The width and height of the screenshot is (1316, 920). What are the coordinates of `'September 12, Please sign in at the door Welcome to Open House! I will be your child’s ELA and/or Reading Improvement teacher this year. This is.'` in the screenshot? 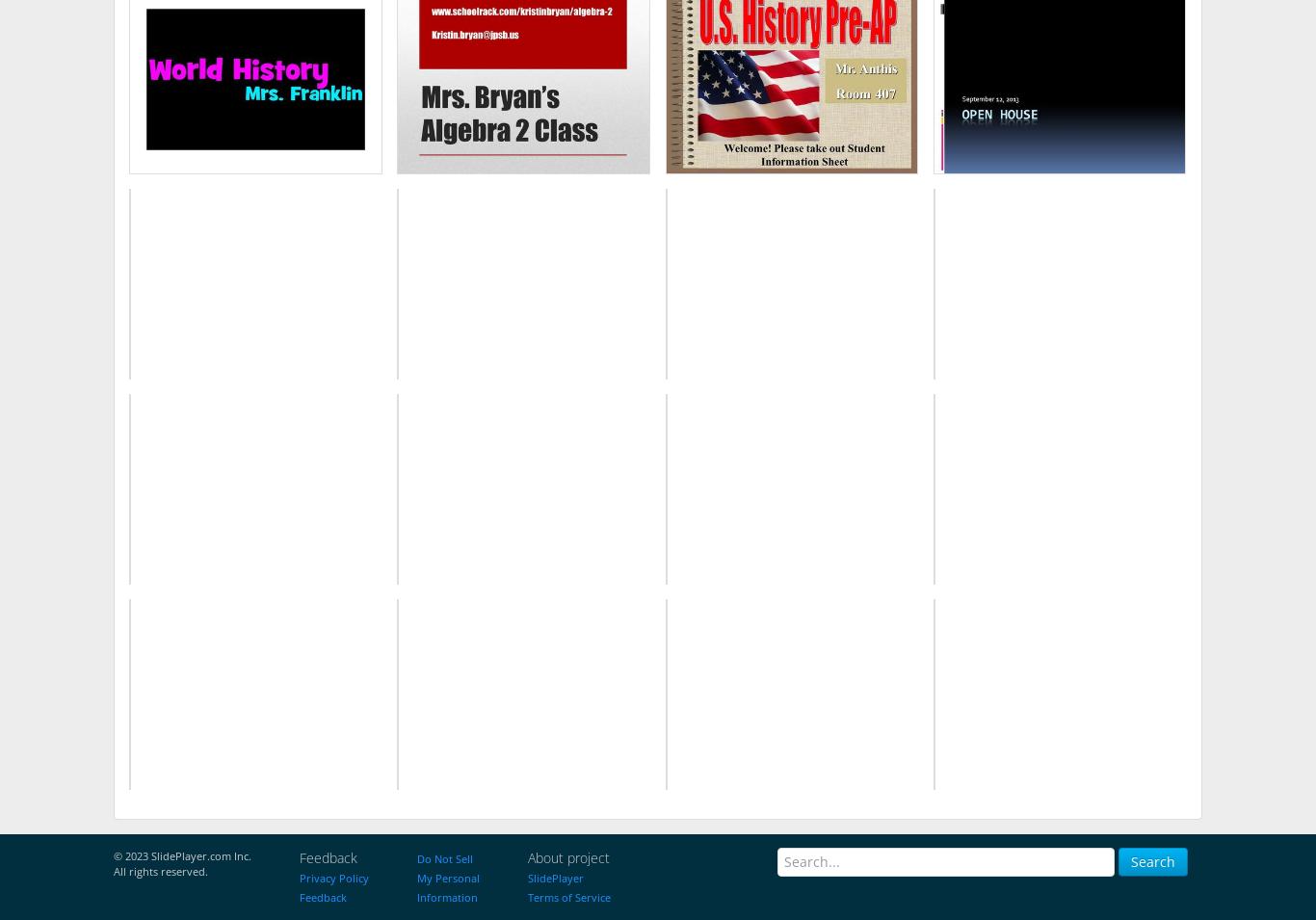 It's located at (949, 82).